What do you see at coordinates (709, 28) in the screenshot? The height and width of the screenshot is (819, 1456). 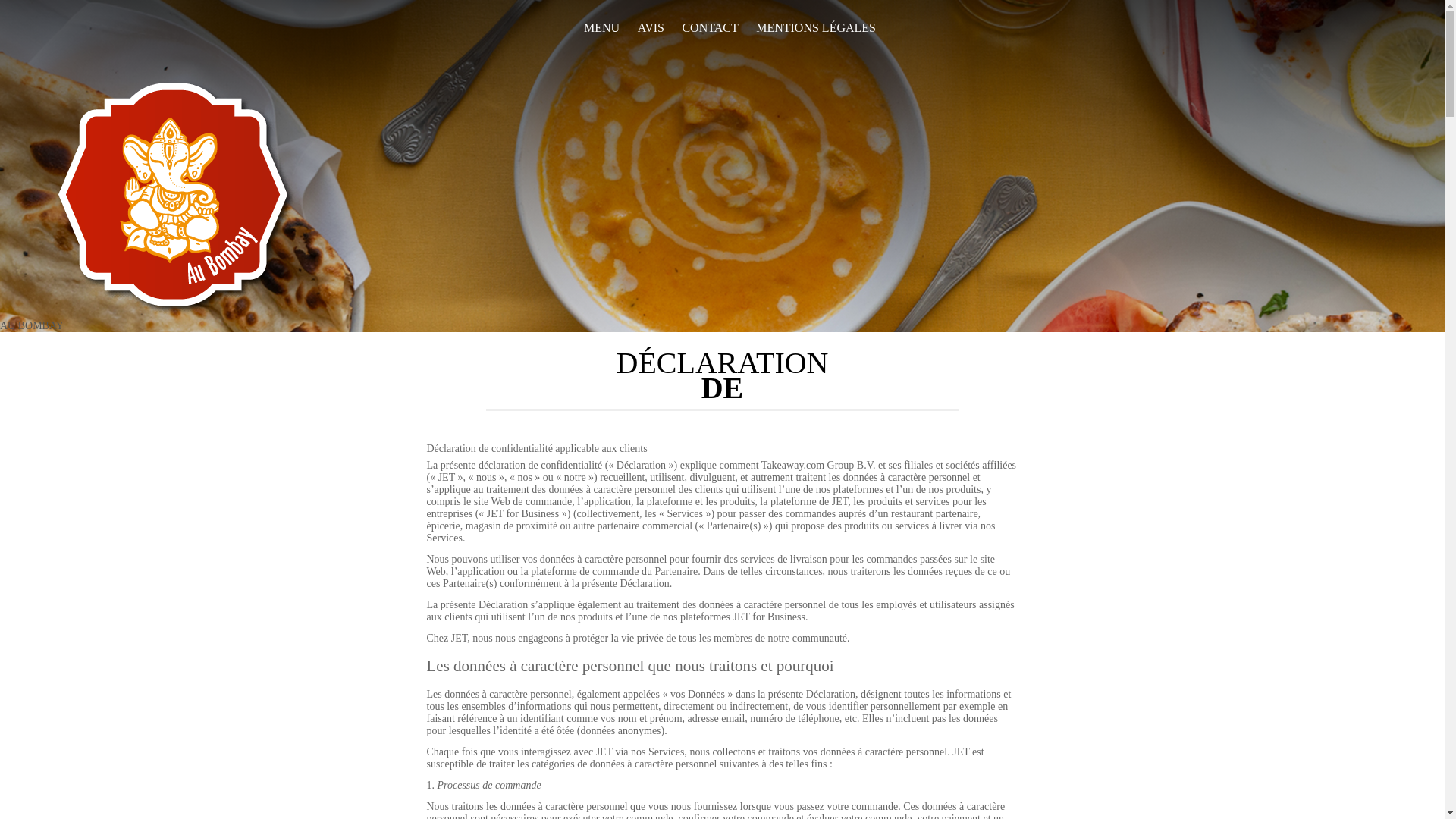 I see `'CONTACT'` at bounding box center [709, 28].